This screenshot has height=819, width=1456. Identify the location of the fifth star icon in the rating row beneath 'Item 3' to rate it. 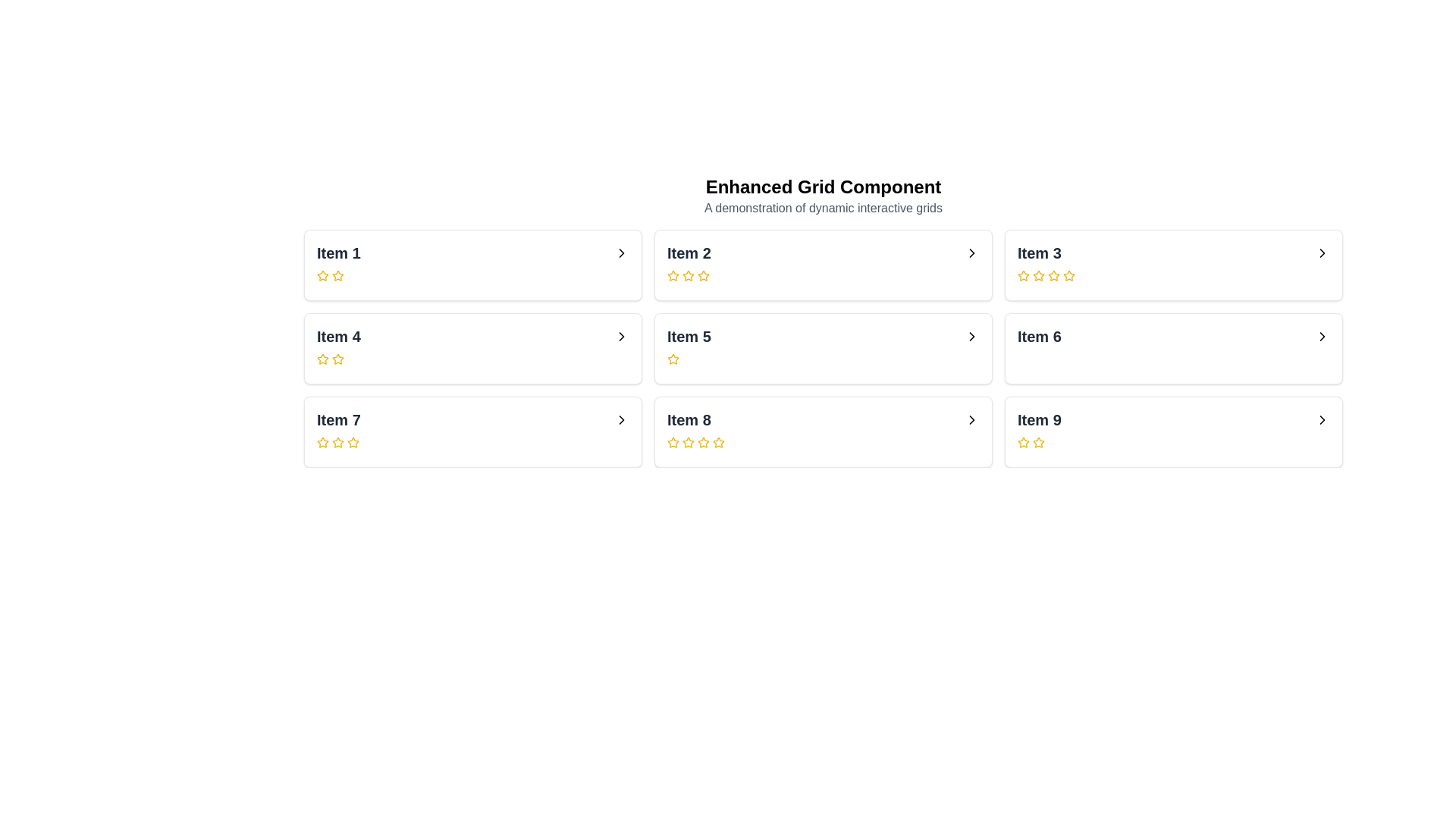
(1068, 275).